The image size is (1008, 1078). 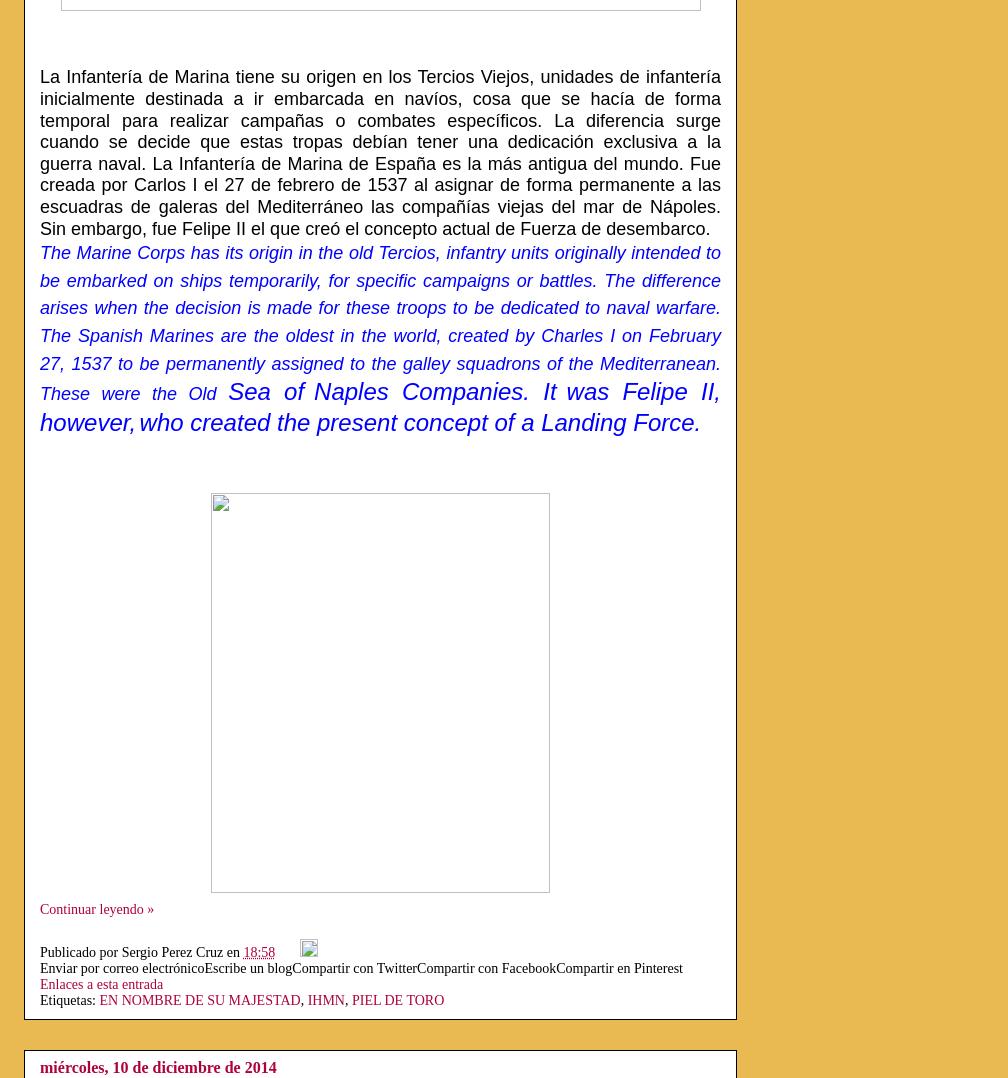 I want to click on 'Compartir con Twitter', so click(x=292, y=967).